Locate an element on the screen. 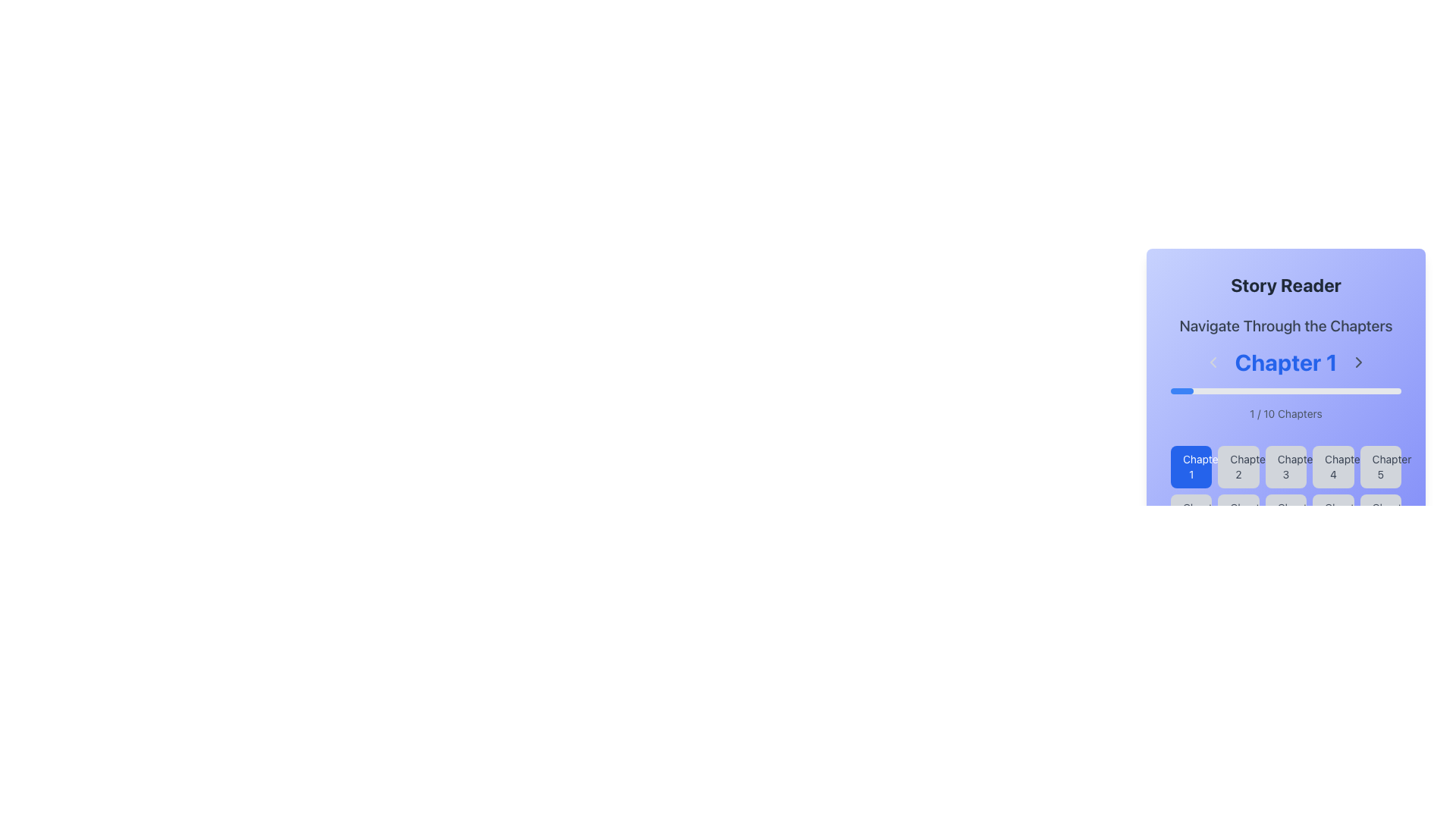 The height and width of the screenshot is (819, 1456). the horizontal progress bar located below 'Chapter 1' and above '1 / 10 Chapters', which has a light gray background and a blue-filled section indicating progress is located at coordinates (1285, 391).